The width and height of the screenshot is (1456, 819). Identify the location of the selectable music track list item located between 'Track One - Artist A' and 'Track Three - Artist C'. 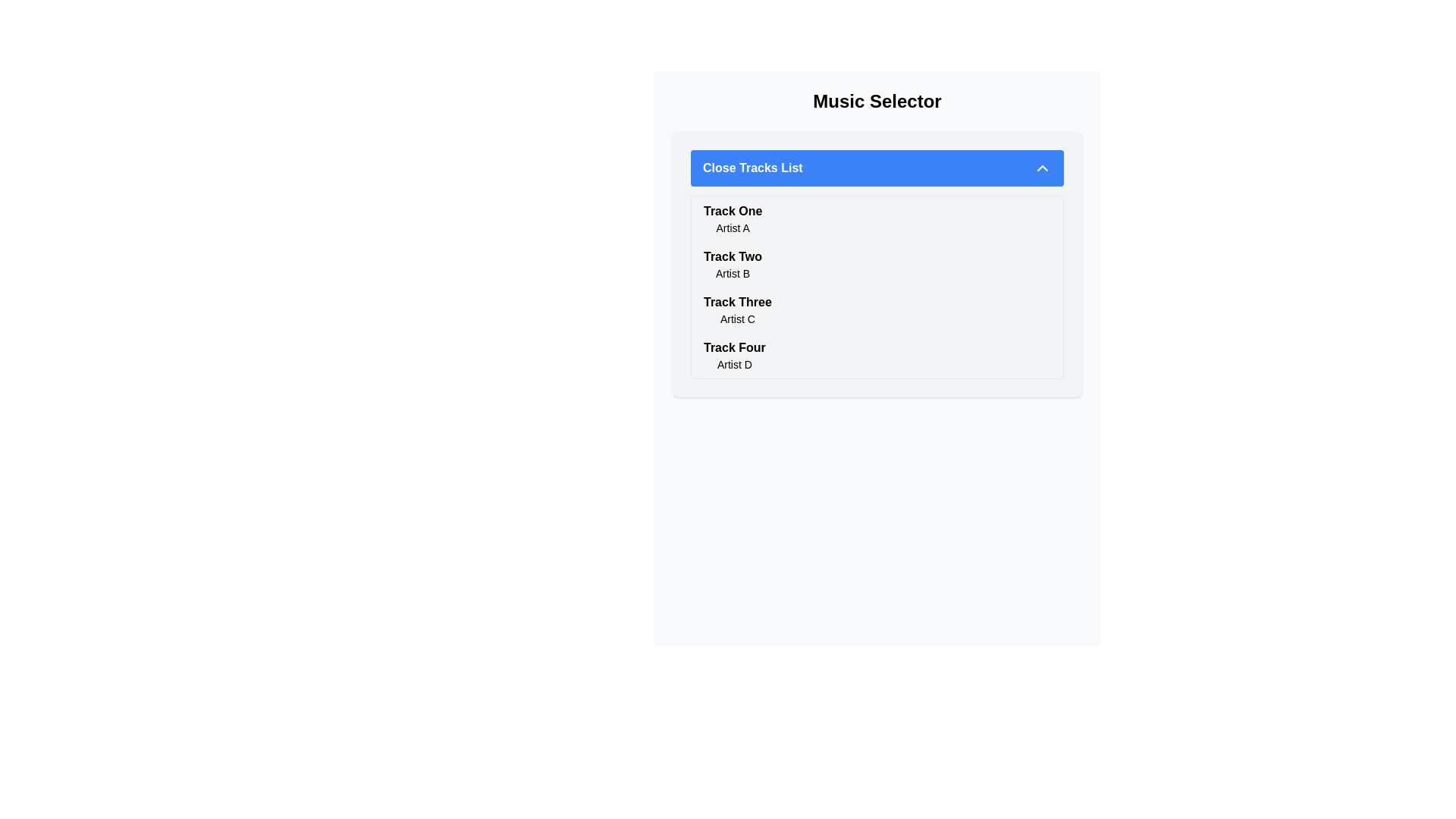
(733, 263).